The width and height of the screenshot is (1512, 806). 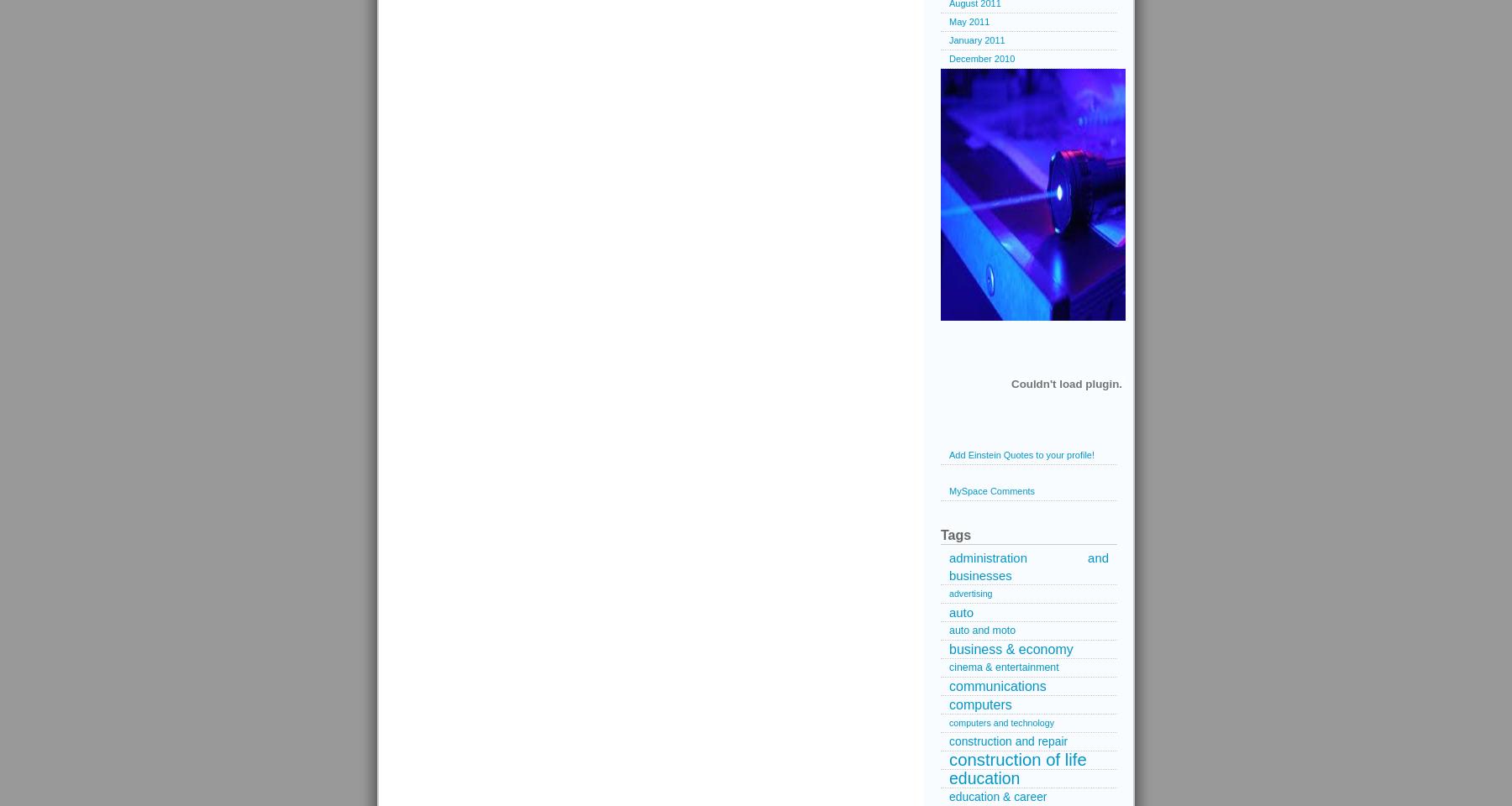 I want to click on 'education', so click(x=983, y=777).